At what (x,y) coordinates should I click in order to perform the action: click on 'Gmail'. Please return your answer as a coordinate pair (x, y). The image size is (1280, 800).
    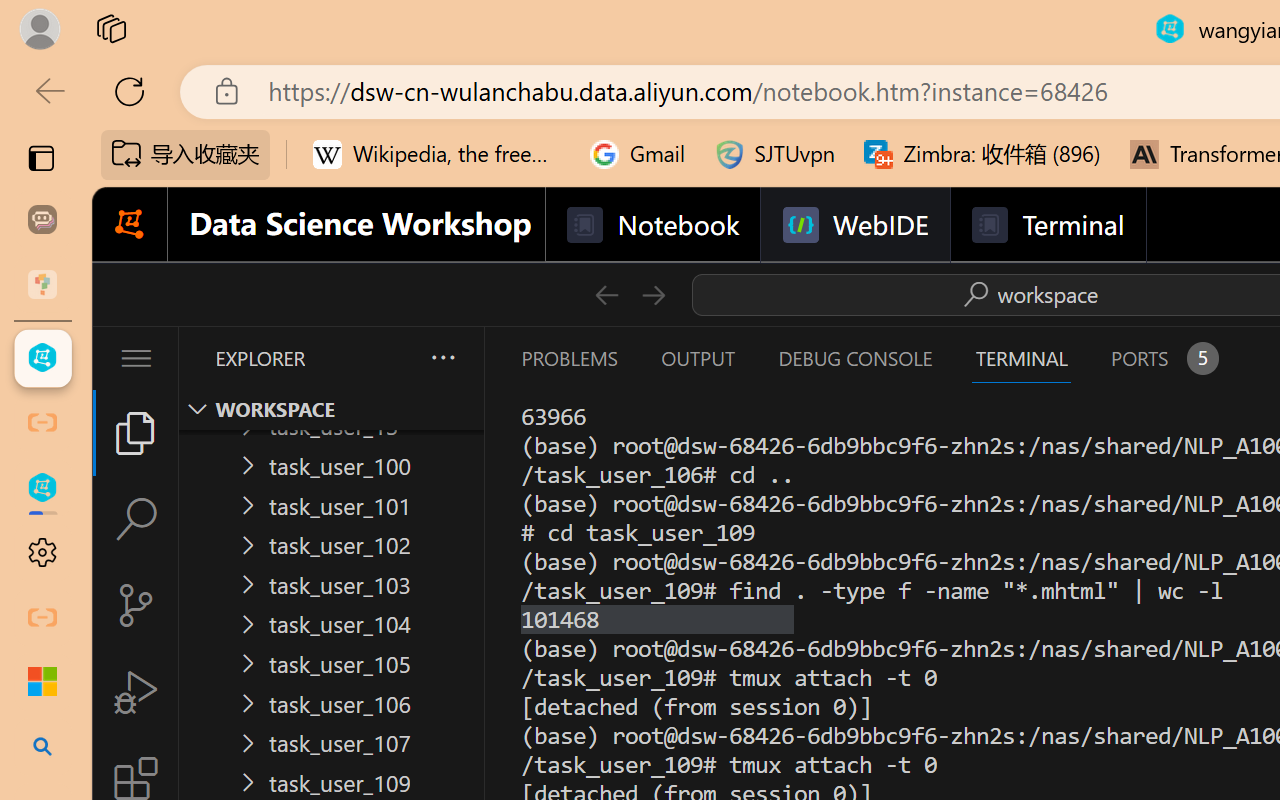
    Looking at the image, I should click on (637, 154).